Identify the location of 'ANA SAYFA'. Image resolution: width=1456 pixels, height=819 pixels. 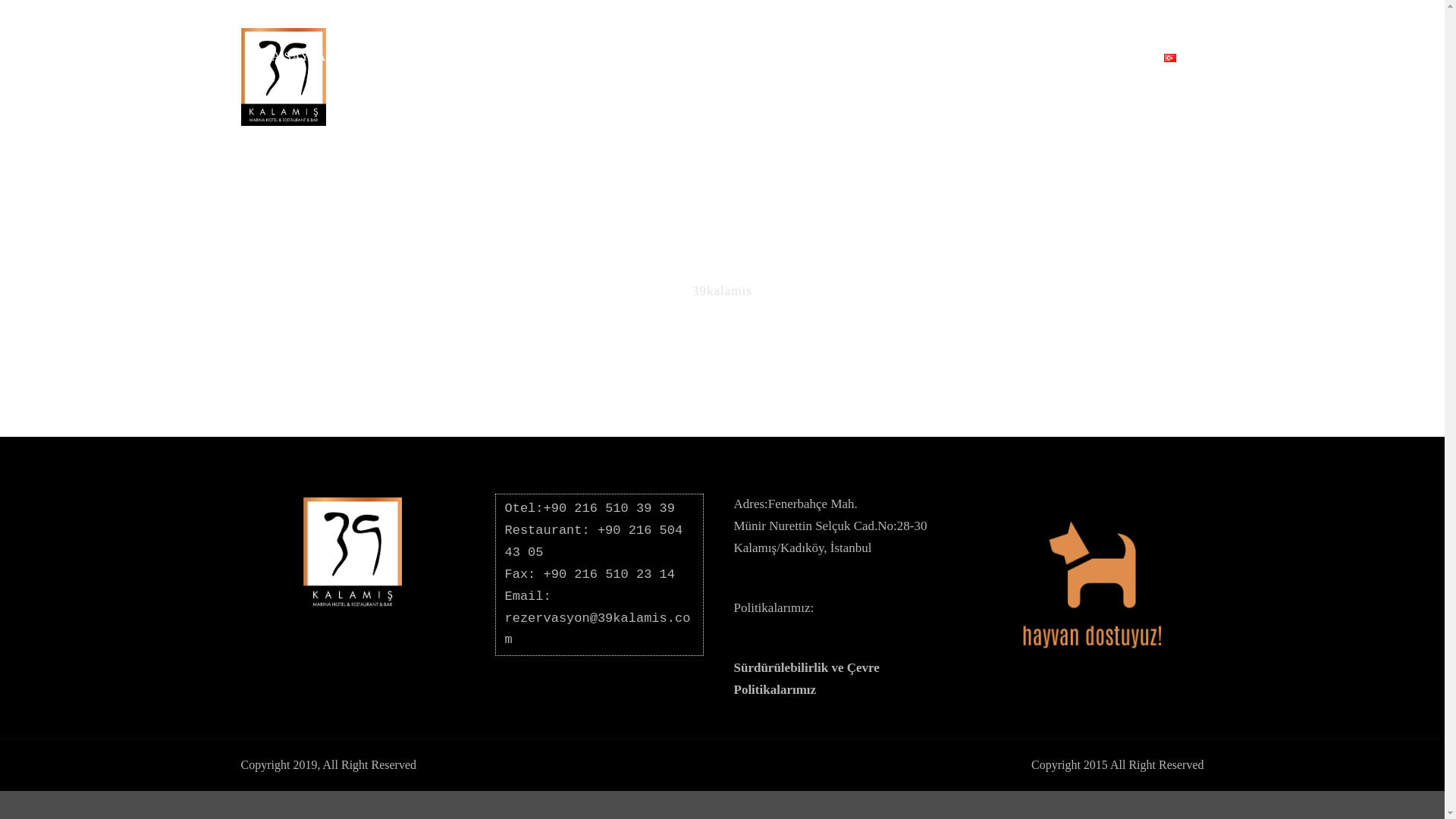
(296, 65).